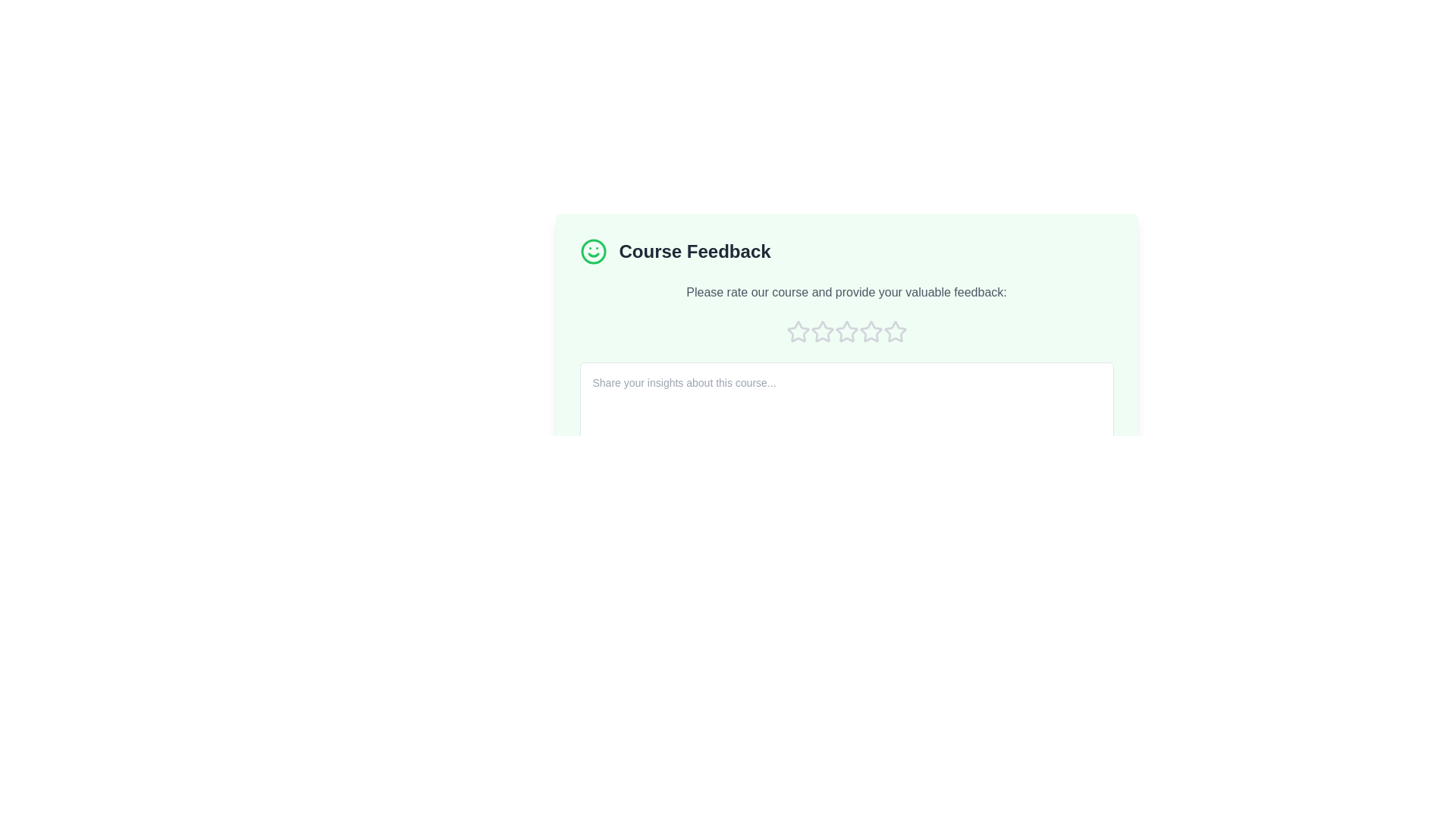 The height and width of the screenshot is (819, 1456). I want to click on the static textual information that prompts users to rate the course and provide feedback, which is rendered in gray font and is located below the 'Course Feedback' heading, so click(846, 292).